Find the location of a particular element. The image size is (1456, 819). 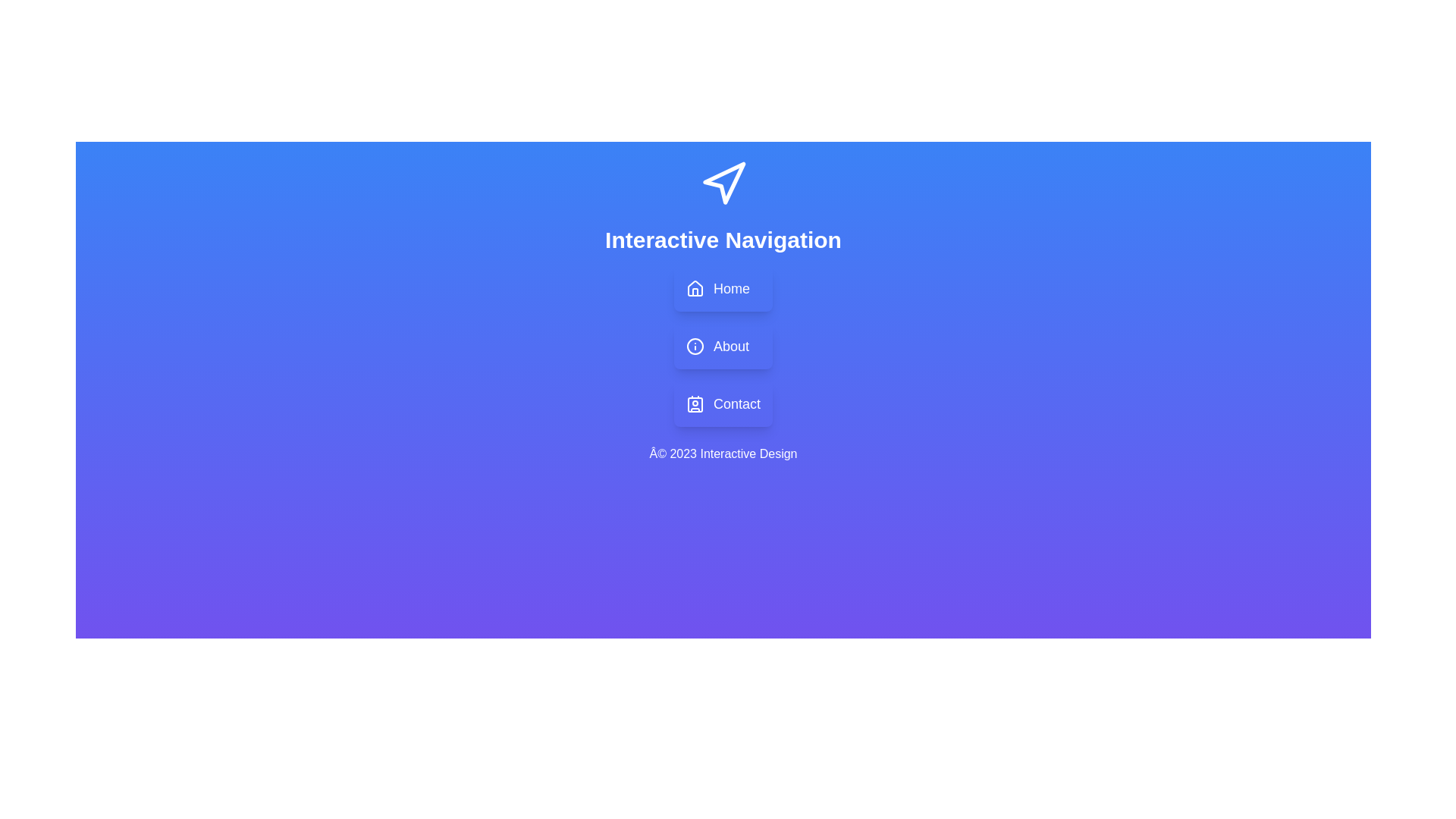

the SVG Icon representing the 'About' button in the vertical navigation list, which has a round-edged circular boundary with a vertical slash and a small dot above it is located at coordinates (694, 346).